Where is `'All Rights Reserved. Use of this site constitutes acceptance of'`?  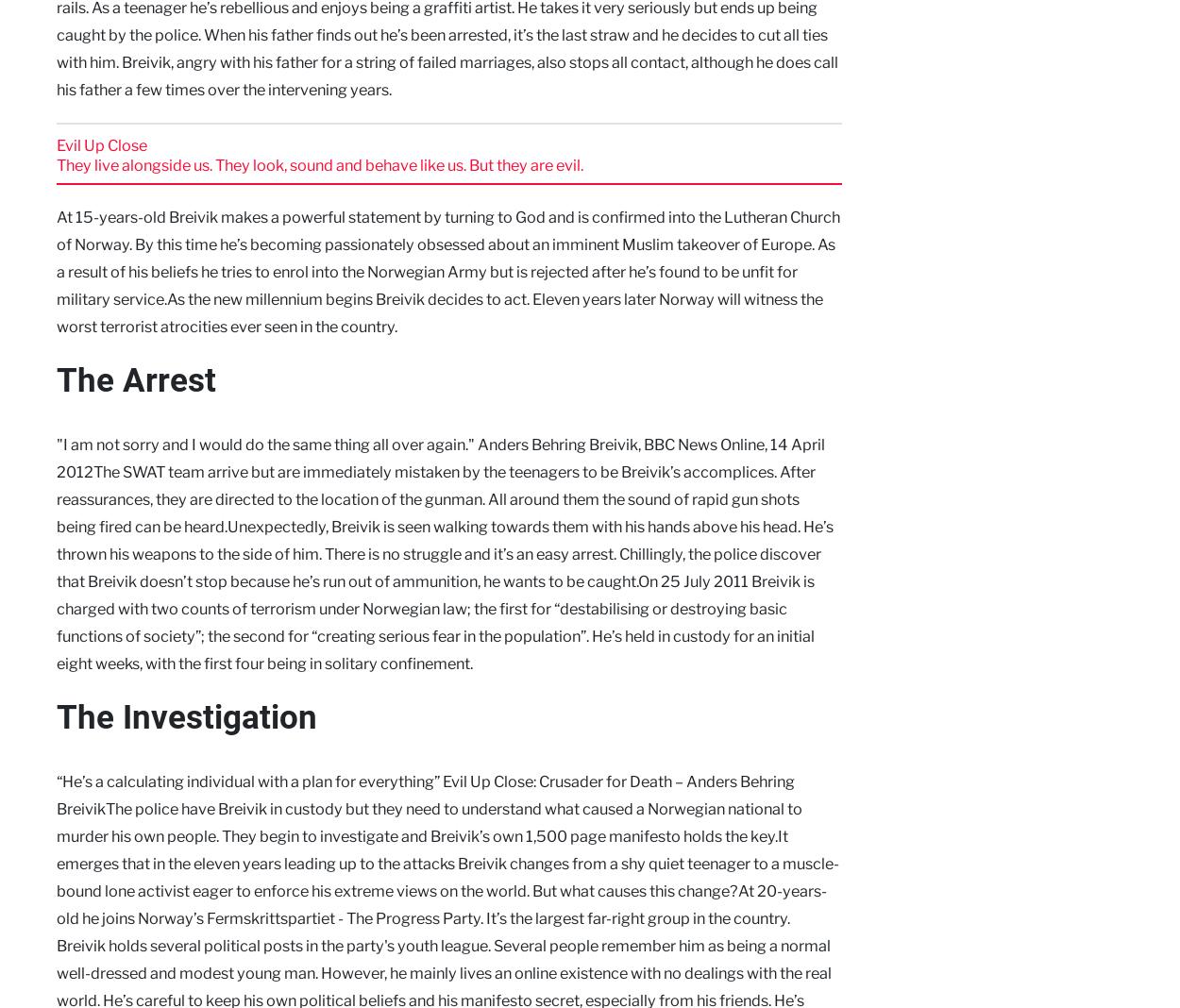 'All Rights Reserved. Use of this site constitutes acceptance of' is located at coordinates (573, 885).